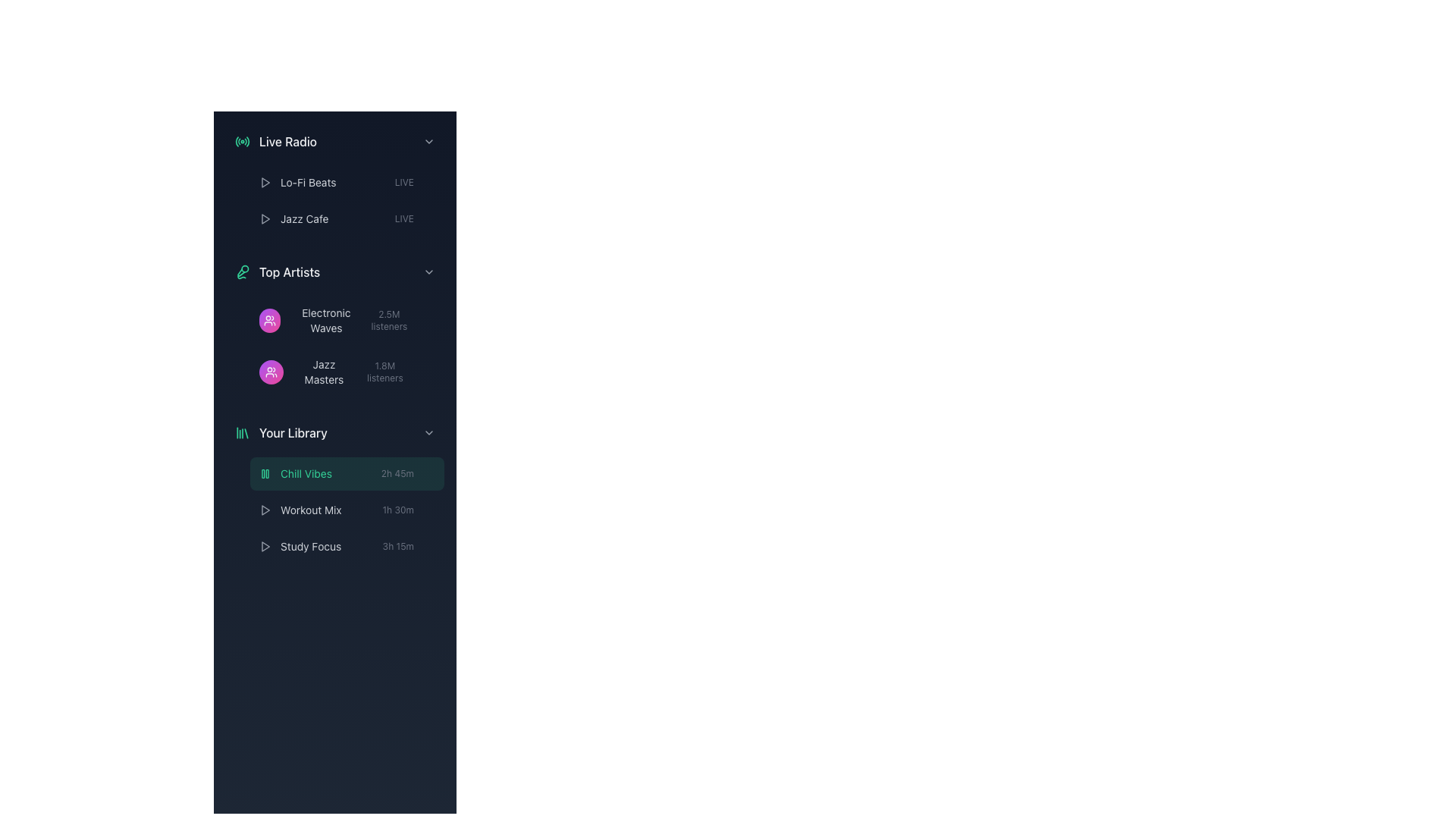 The height and width of the screenshot is (819, 1456). I want to click on the 'Your Library' menu item button located below the 'Top Artists' section, so click(334, 432).